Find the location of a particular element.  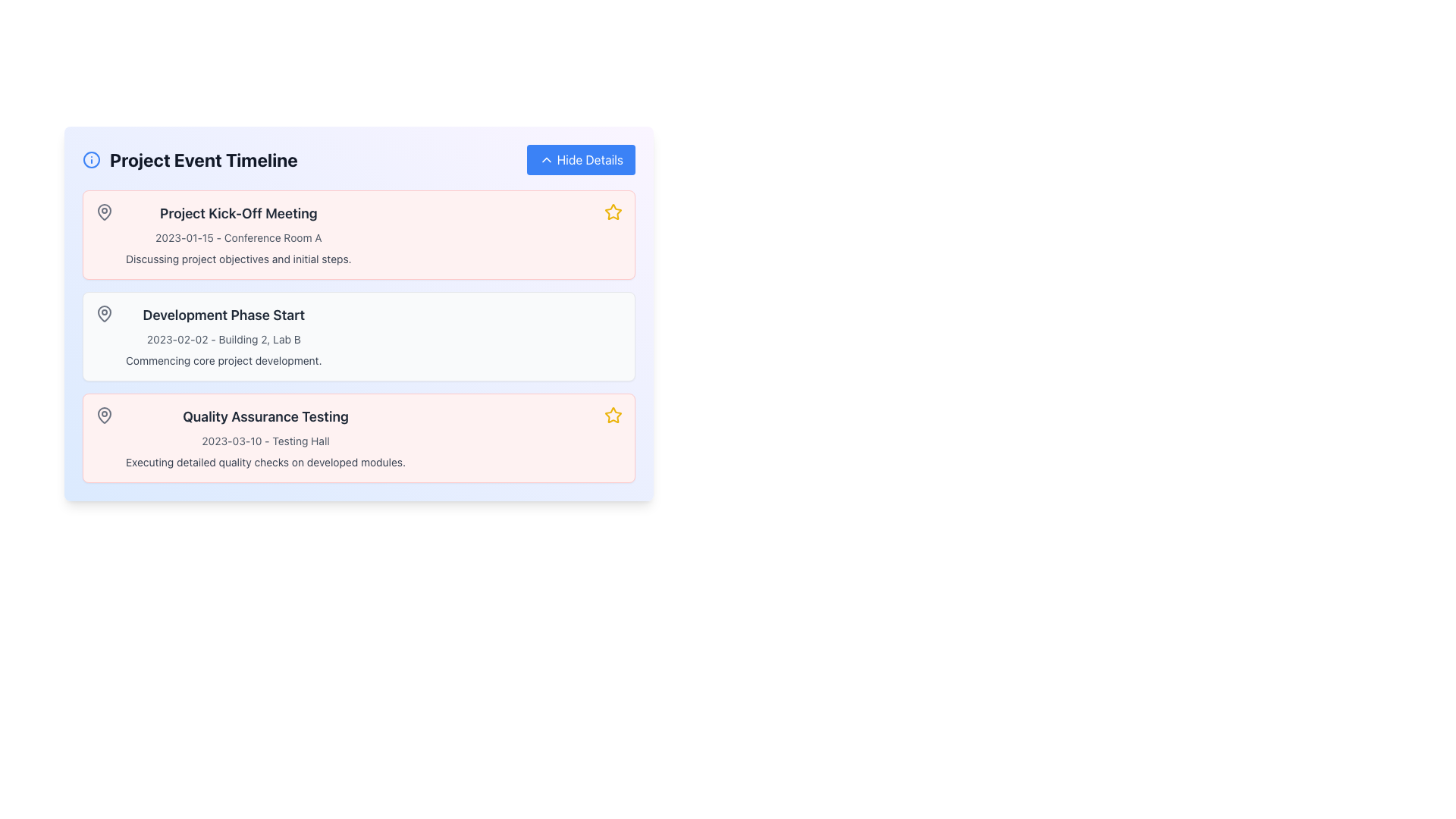

the chevron icon located within the blue 'Hide Details' button at the top right section of the interface is located at coordinates (546, 160).